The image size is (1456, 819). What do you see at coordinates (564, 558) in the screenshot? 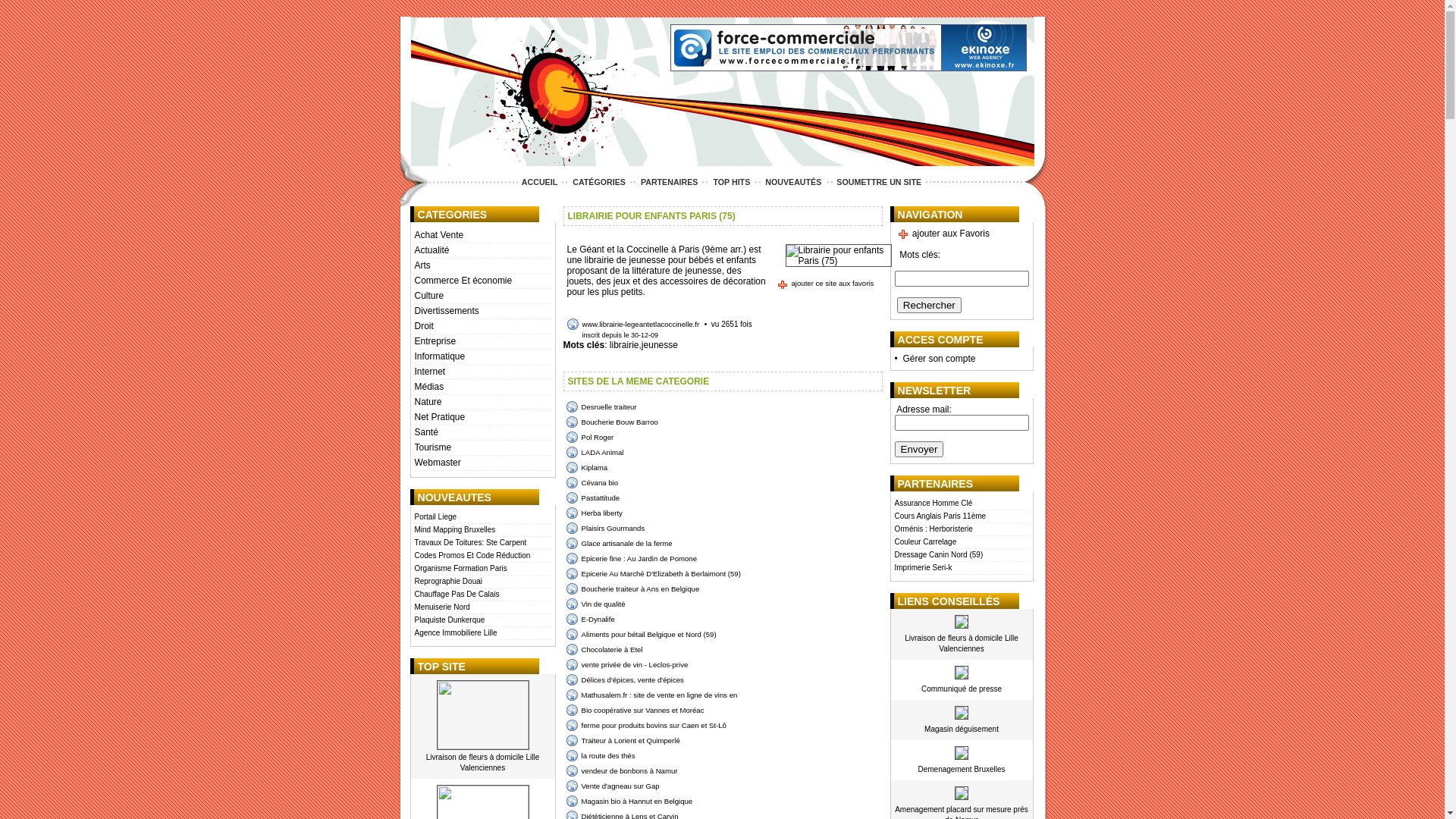
I see `'Epicerie fine : Au Jardin de Pomone'` at bounding box center [564, 558].